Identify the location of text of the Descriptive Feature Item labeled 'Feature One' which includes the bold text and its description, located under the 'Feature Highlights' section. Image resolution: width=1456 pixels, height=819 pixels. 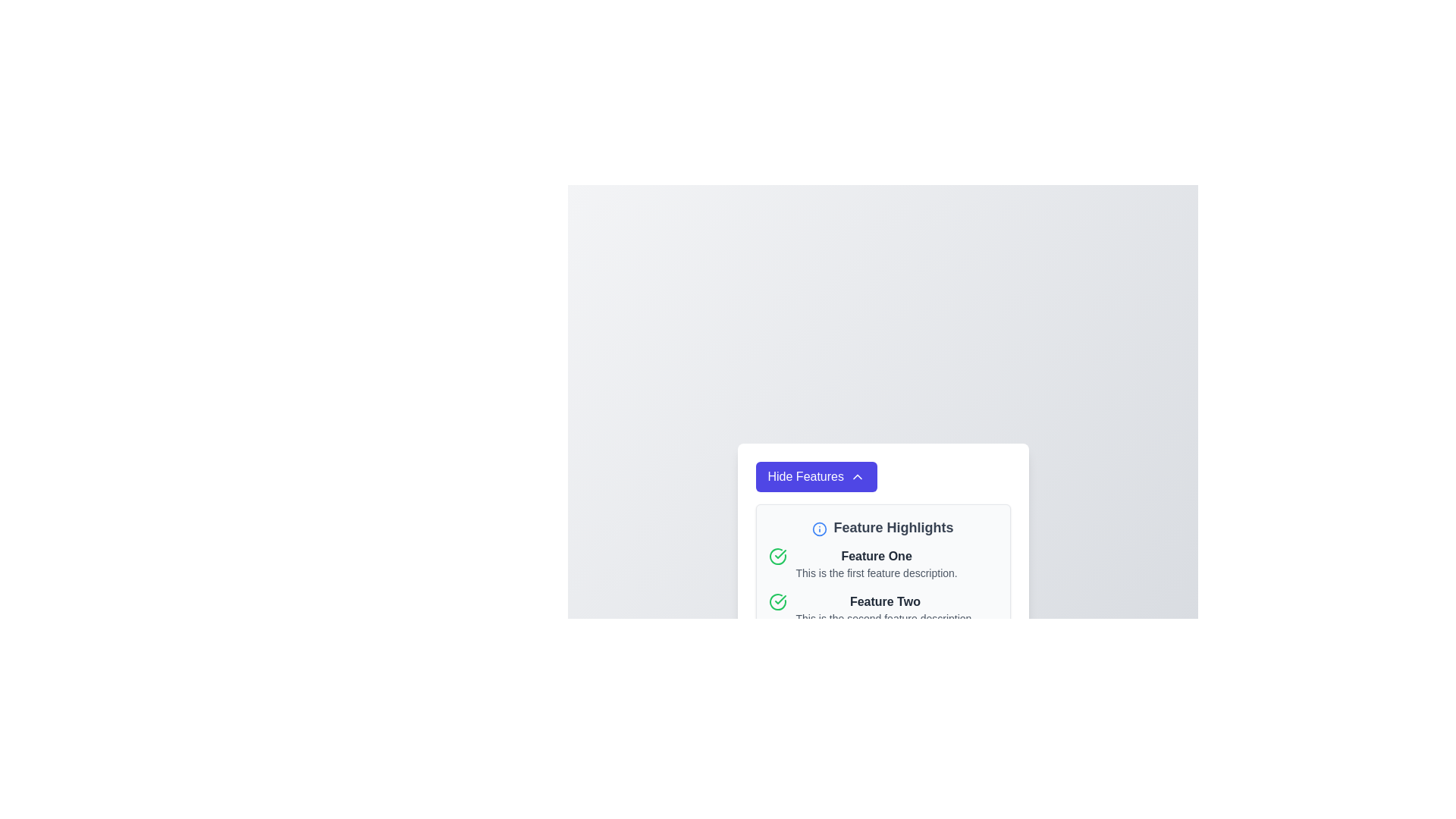
(883, 564).